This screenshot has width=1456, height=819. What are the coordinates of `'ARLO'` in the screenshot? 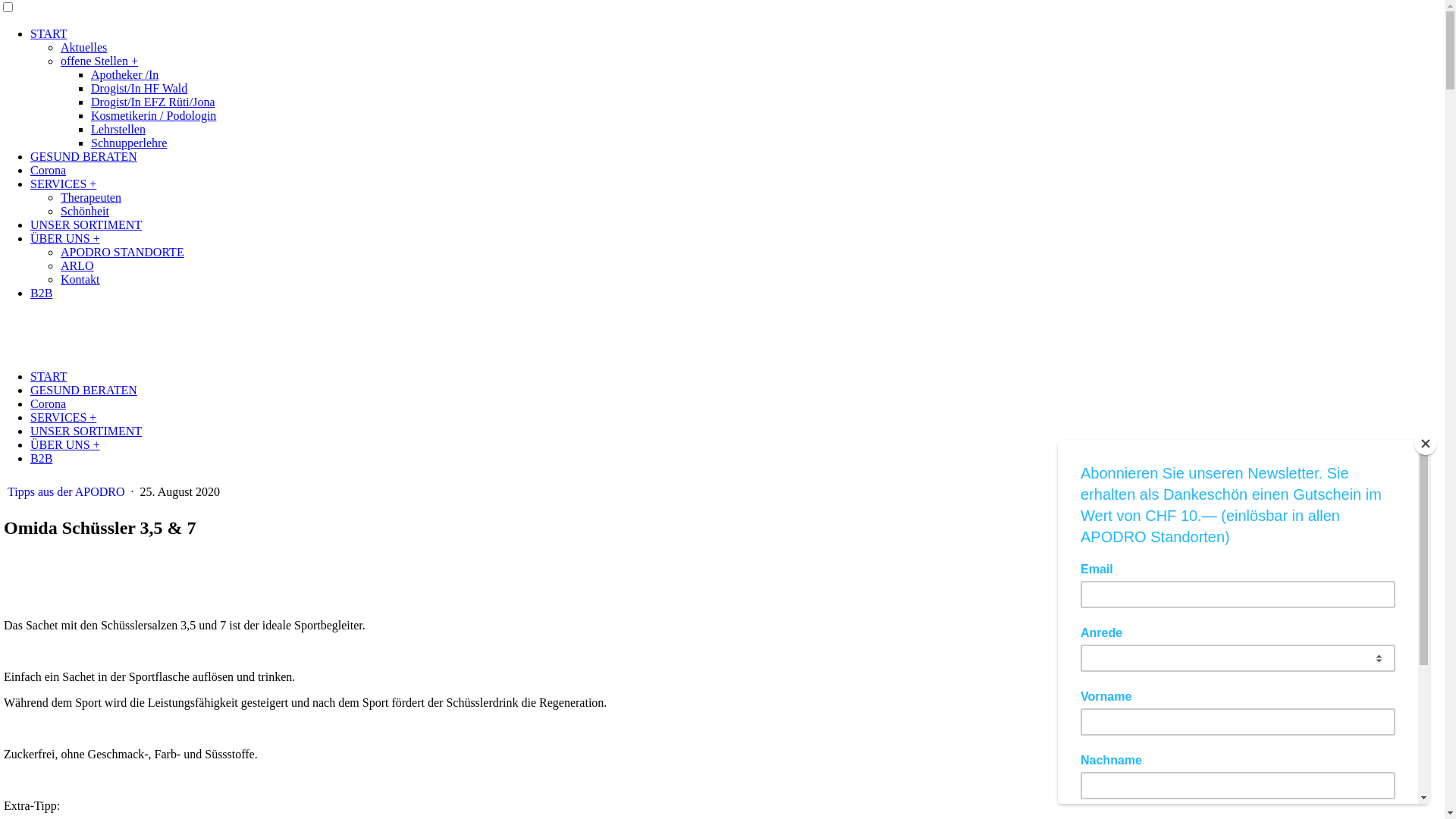 It's located at (61, 265).